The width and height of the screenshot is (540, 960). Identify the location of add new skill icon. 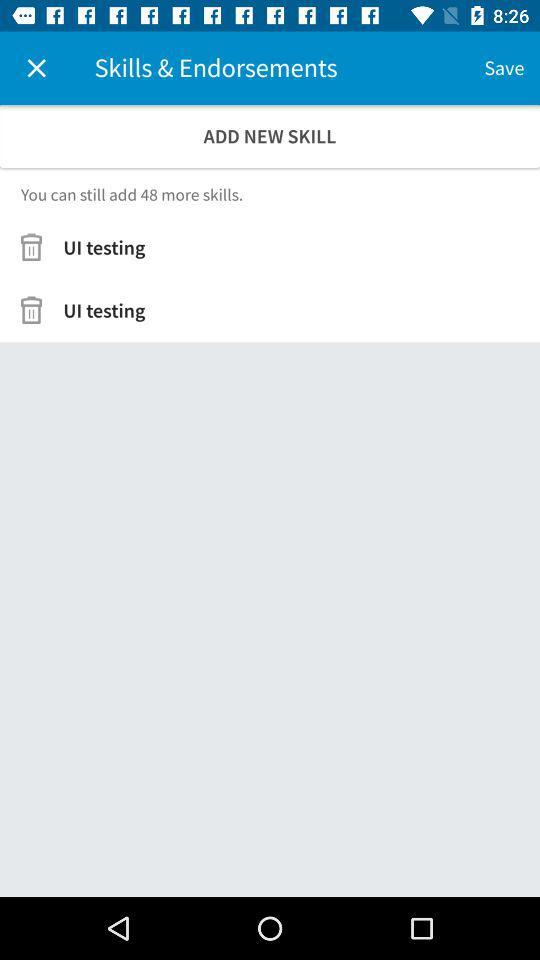
(270, 135).